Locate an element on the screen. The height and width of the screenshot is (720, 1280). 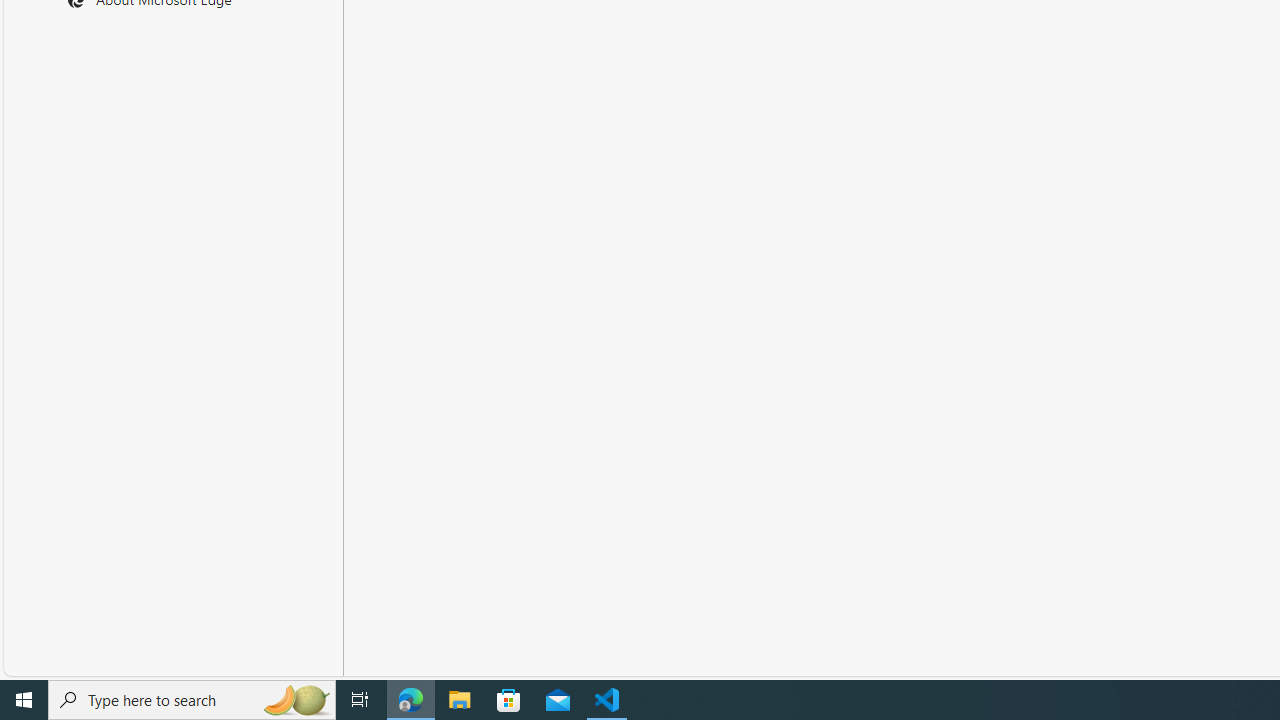
'Microsoft Edge - 1 running window' is located at coordinates (410, 698).